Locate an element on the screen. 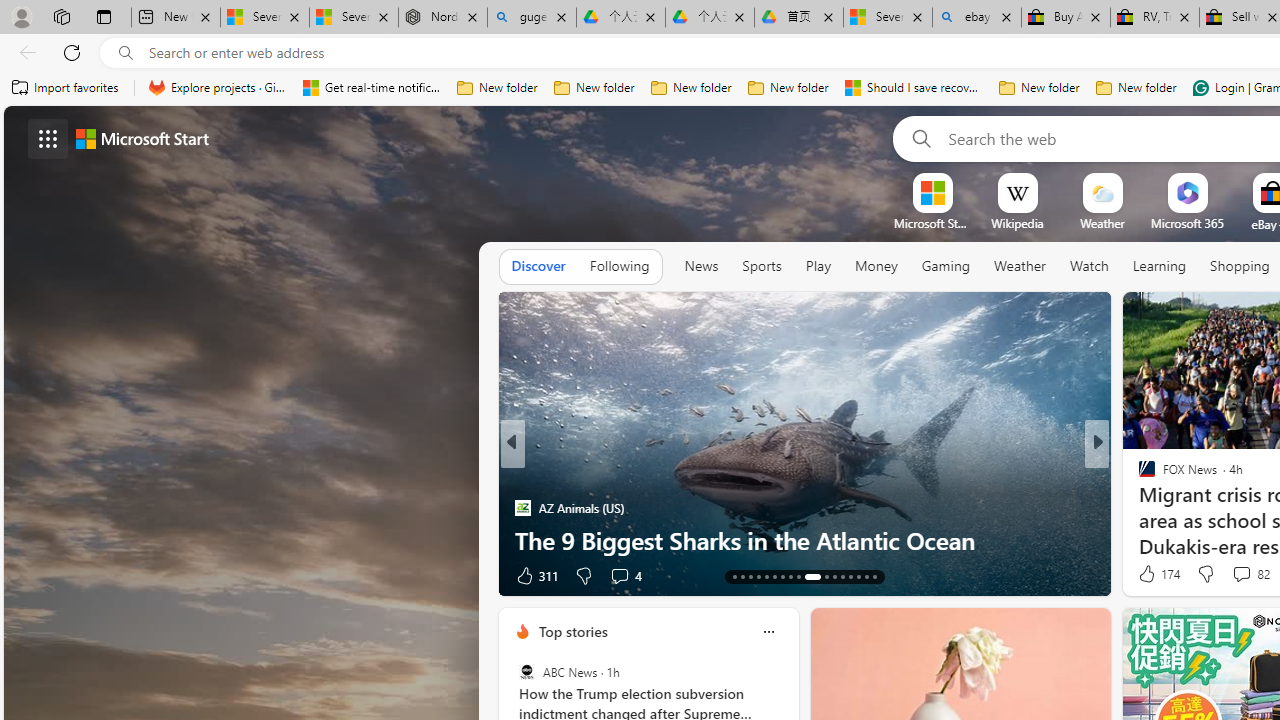 This screenshot has width=1280, height=720. 'AutomationID: tab-24' is located at coordinates (833, 577).